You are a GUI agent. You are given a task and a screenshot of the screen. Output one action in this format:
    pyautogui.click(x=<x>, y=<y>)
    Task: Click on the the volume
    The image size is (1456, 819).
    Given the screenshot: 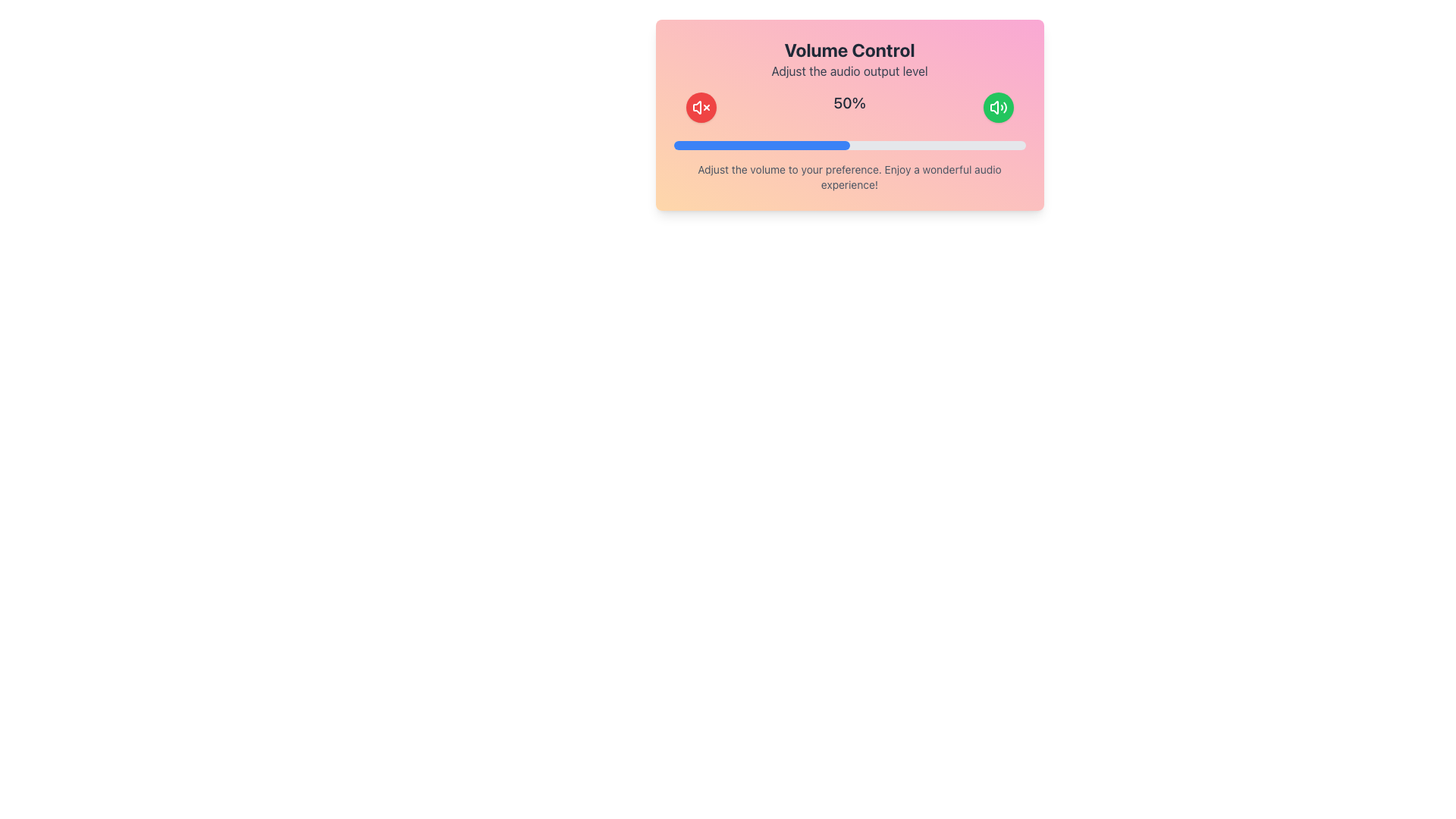 What is the action you would take?
    pyautogui.click(x=768, y=146)
    